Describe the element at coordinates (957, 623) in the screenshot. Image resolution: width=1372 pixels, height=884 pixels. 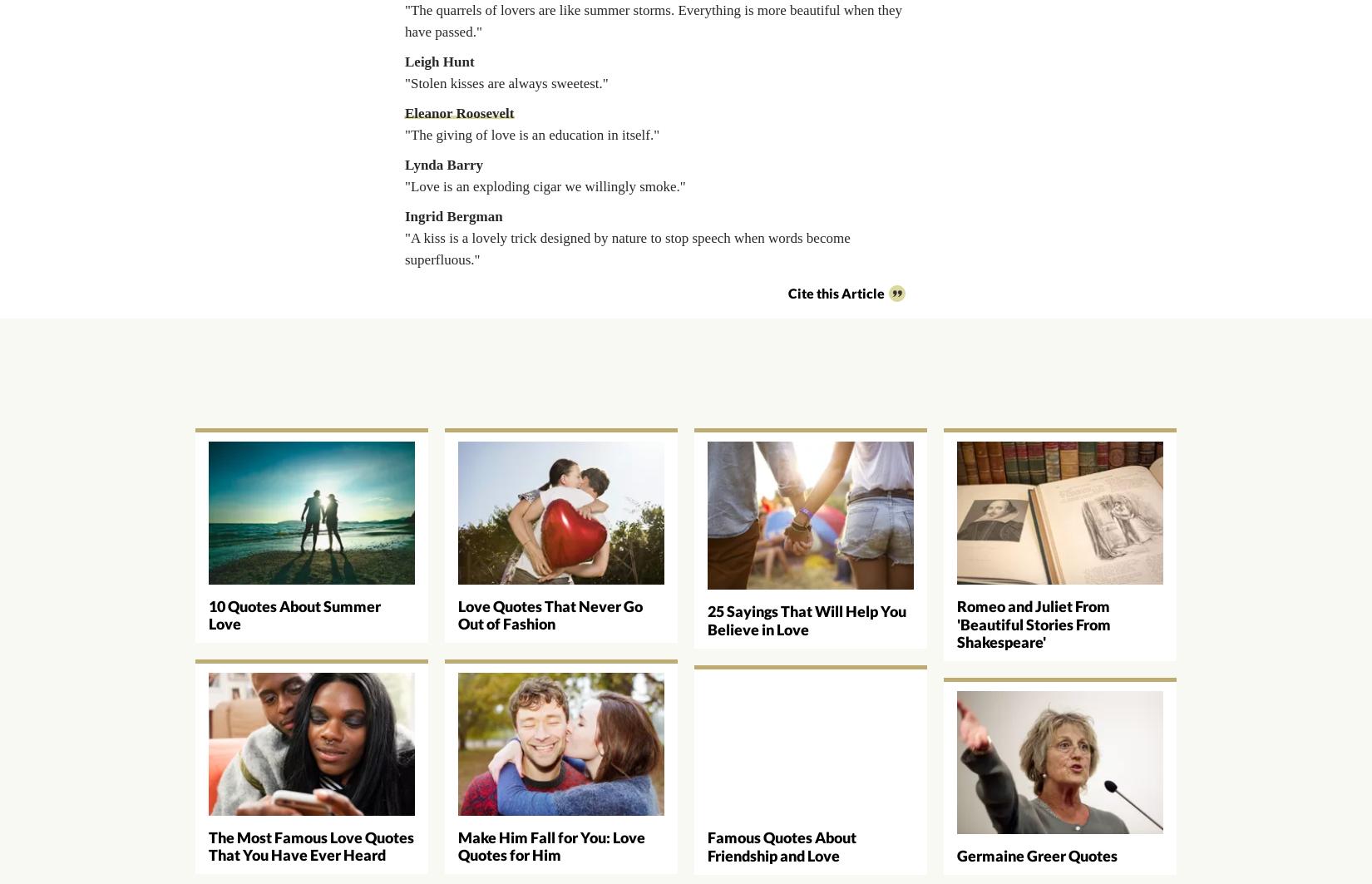
I see `'Romeo and Juliet From 'Beautiful Stories From Shakespeare''` at that location.